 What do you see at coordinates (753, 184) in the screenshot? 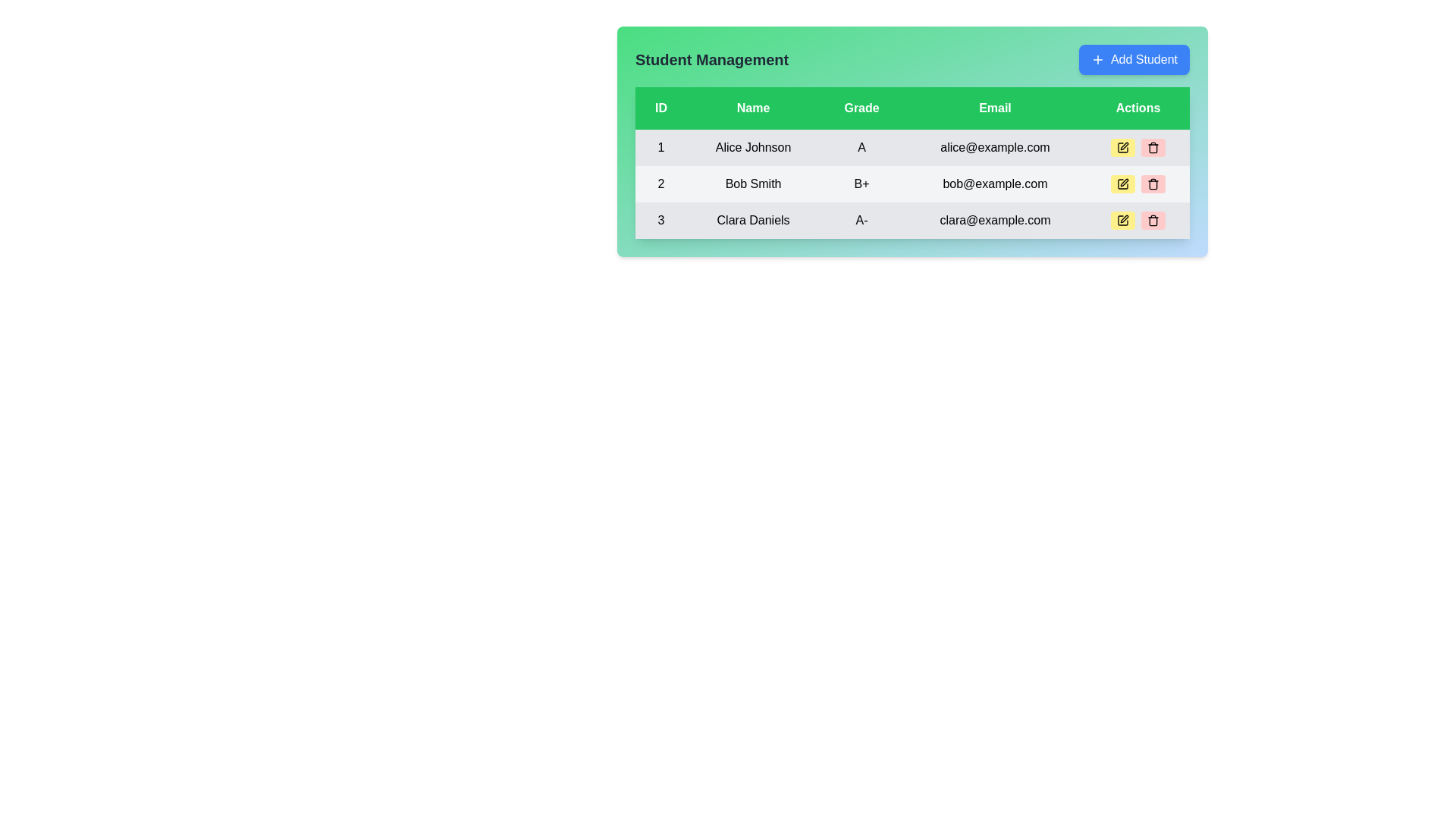
I see `the text label displaying 'Bob Smith', which is the second item in the 'Name' column of the table` at bounding box center [753, 184].